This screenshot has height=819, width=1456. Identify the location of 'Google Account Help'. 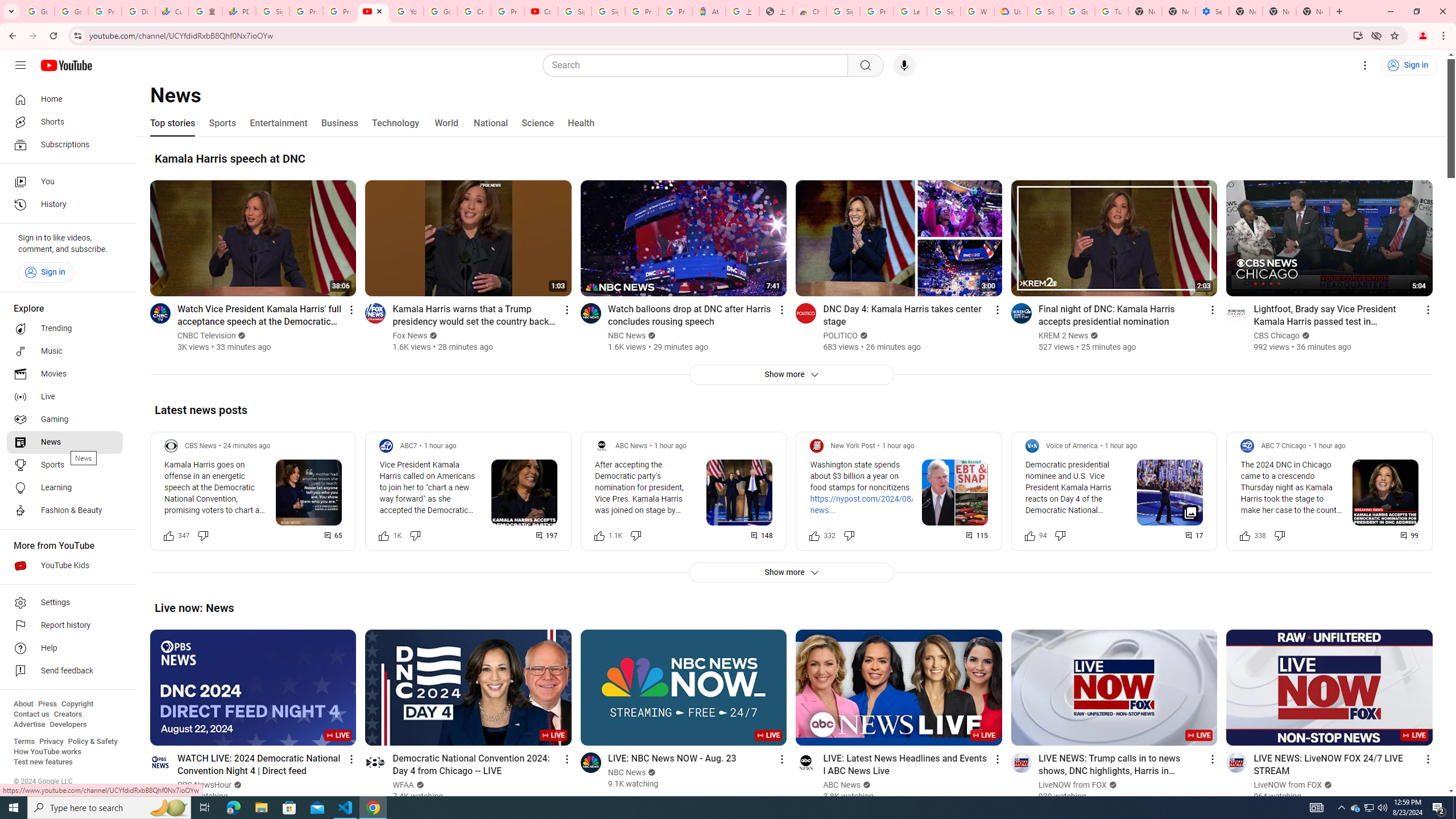
(1077, 11).